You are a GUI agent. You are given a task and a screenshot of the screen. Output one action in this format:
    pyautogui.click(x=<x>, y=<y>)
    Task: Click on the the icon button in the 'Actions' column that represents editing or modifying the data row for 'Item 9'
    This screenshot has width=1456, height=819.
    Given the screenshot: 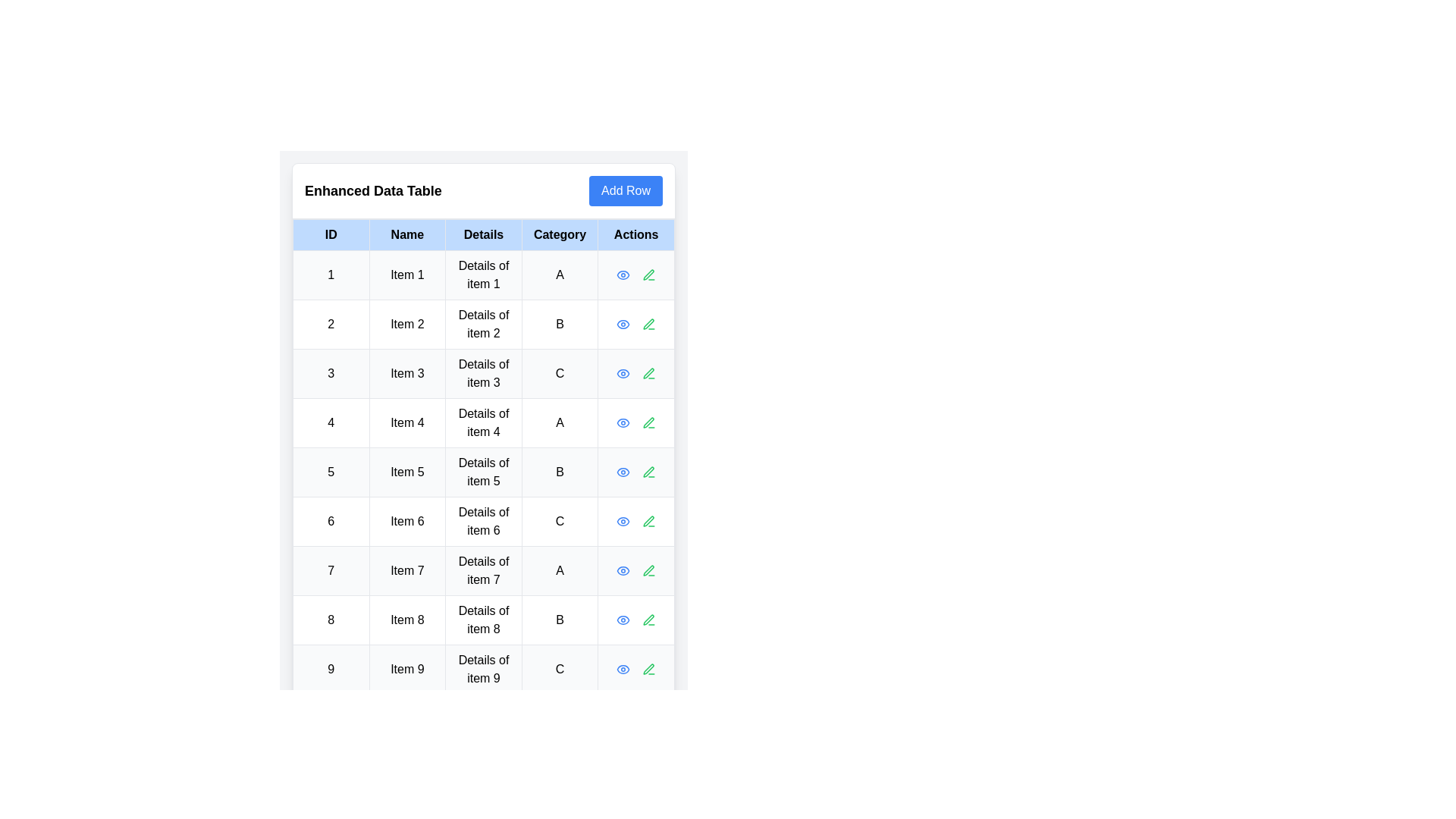 What is the action you would take?
    pyautogui.click(x=648, y=668)
    